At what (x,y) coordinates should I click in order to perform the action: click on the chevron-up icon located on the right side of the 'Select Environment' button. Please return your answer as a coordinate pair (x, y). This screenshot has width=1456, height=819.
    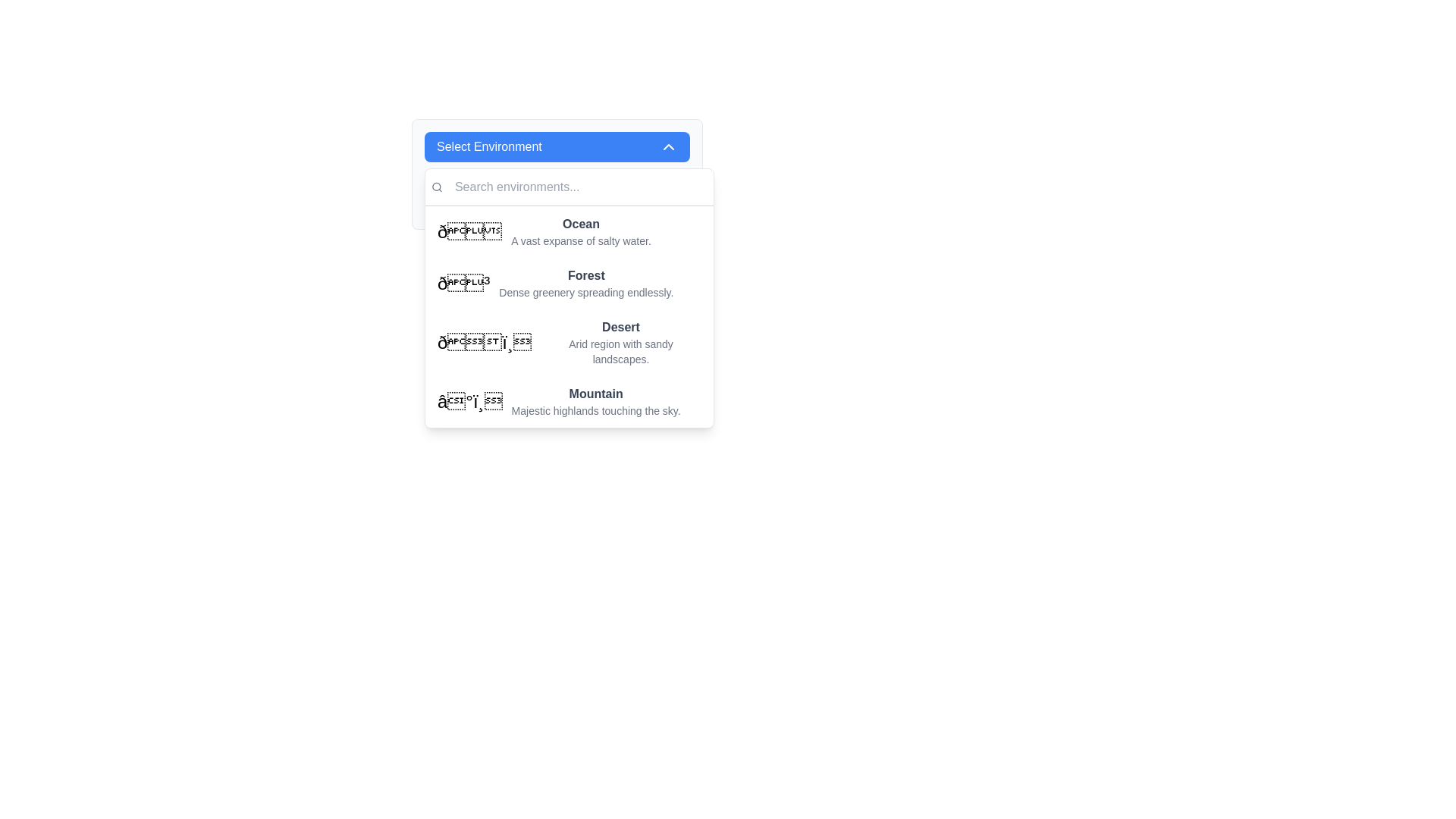
    Looking at the image, I should click on (668, 146).